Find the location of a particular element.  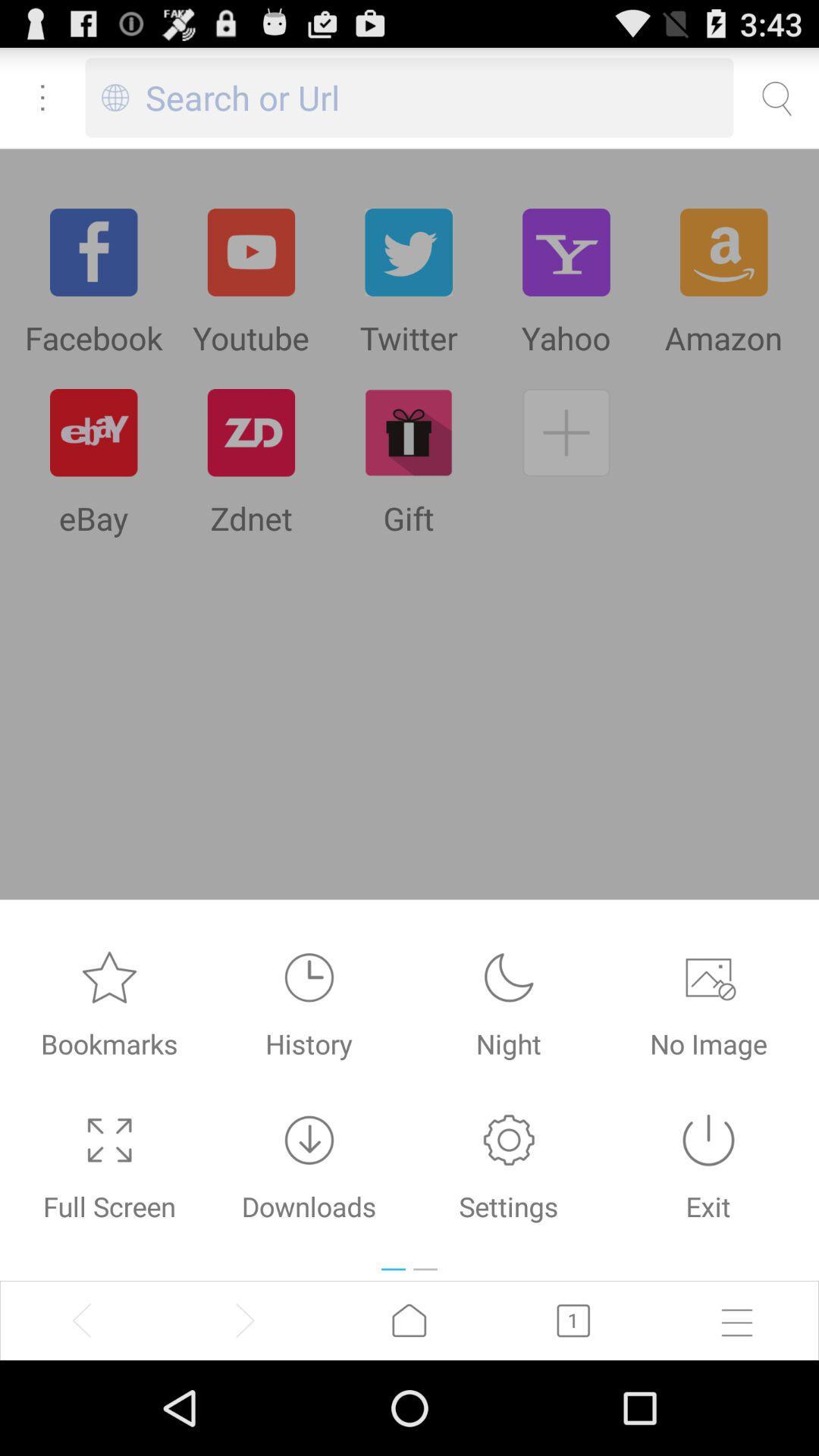

the exit icon below no image is located at coordinates (708, 1140).